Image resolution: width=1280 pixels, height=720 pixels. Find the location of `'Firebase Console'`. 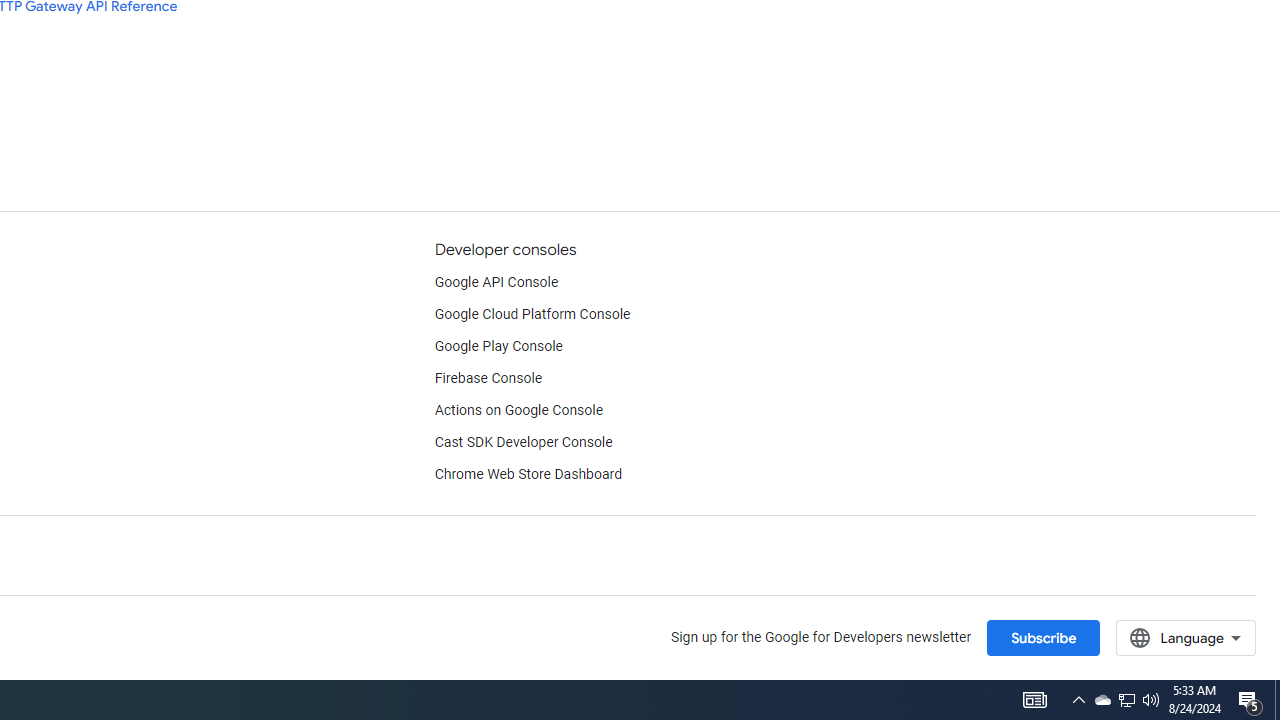

'Firebase Console' is located at coordinates (488, 379).